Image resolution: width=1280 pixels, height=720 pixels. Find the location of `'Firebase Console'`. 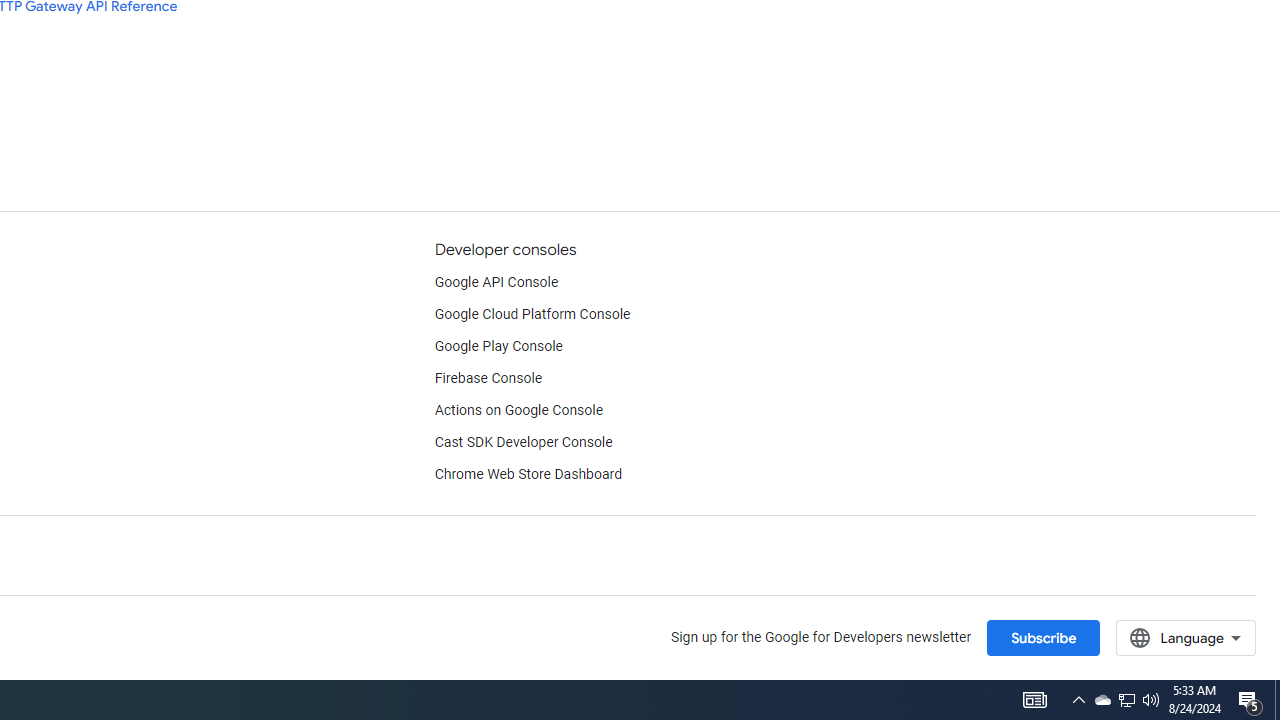

'Firebase Console' is located at coordinates (488, 379).